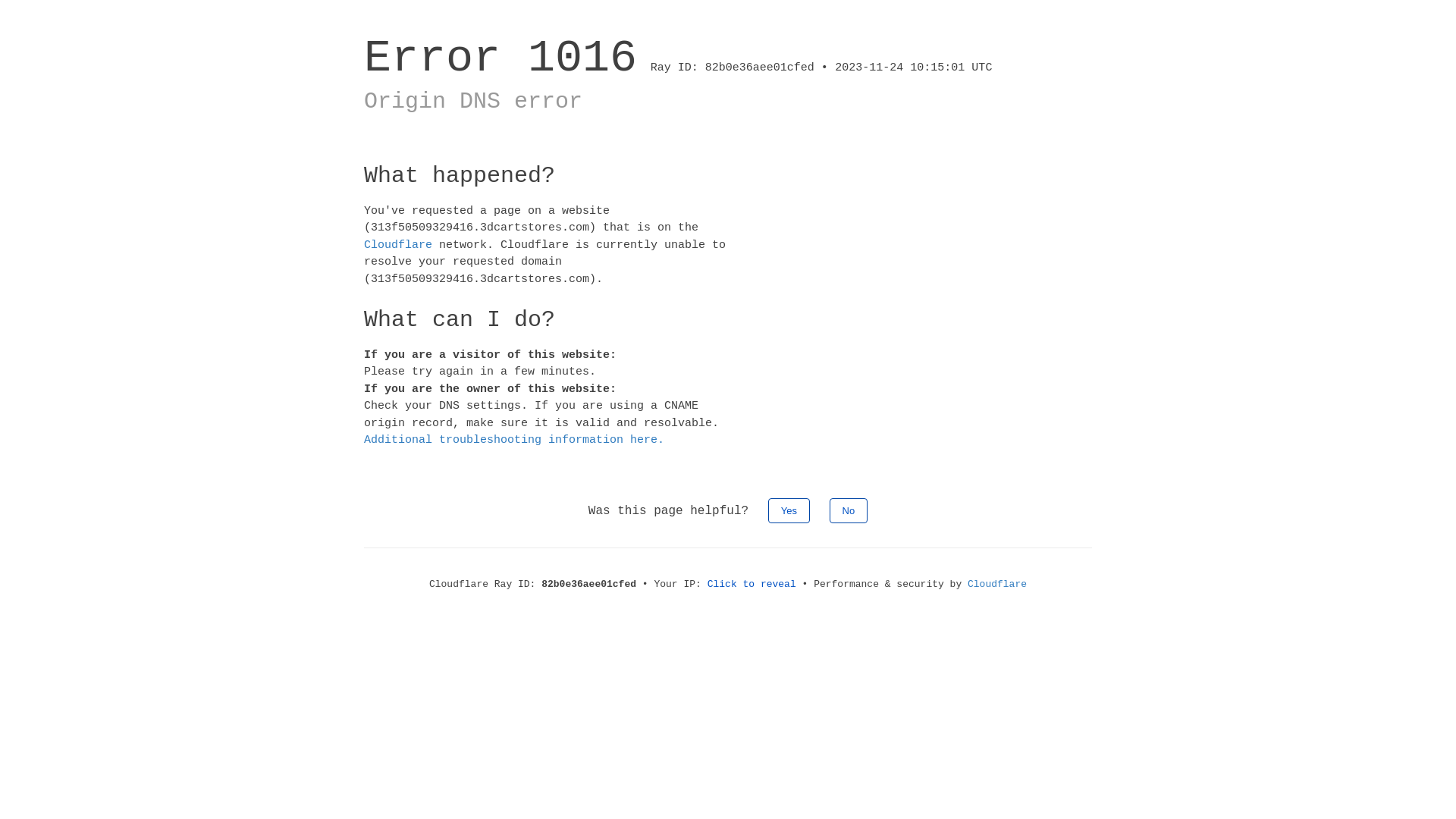 The height and width of the screenshot is (819, 1456). What do you see at coordinates (789, 510) in the screenshot?
I see `'Yes'` at bounding box center [789, 510].